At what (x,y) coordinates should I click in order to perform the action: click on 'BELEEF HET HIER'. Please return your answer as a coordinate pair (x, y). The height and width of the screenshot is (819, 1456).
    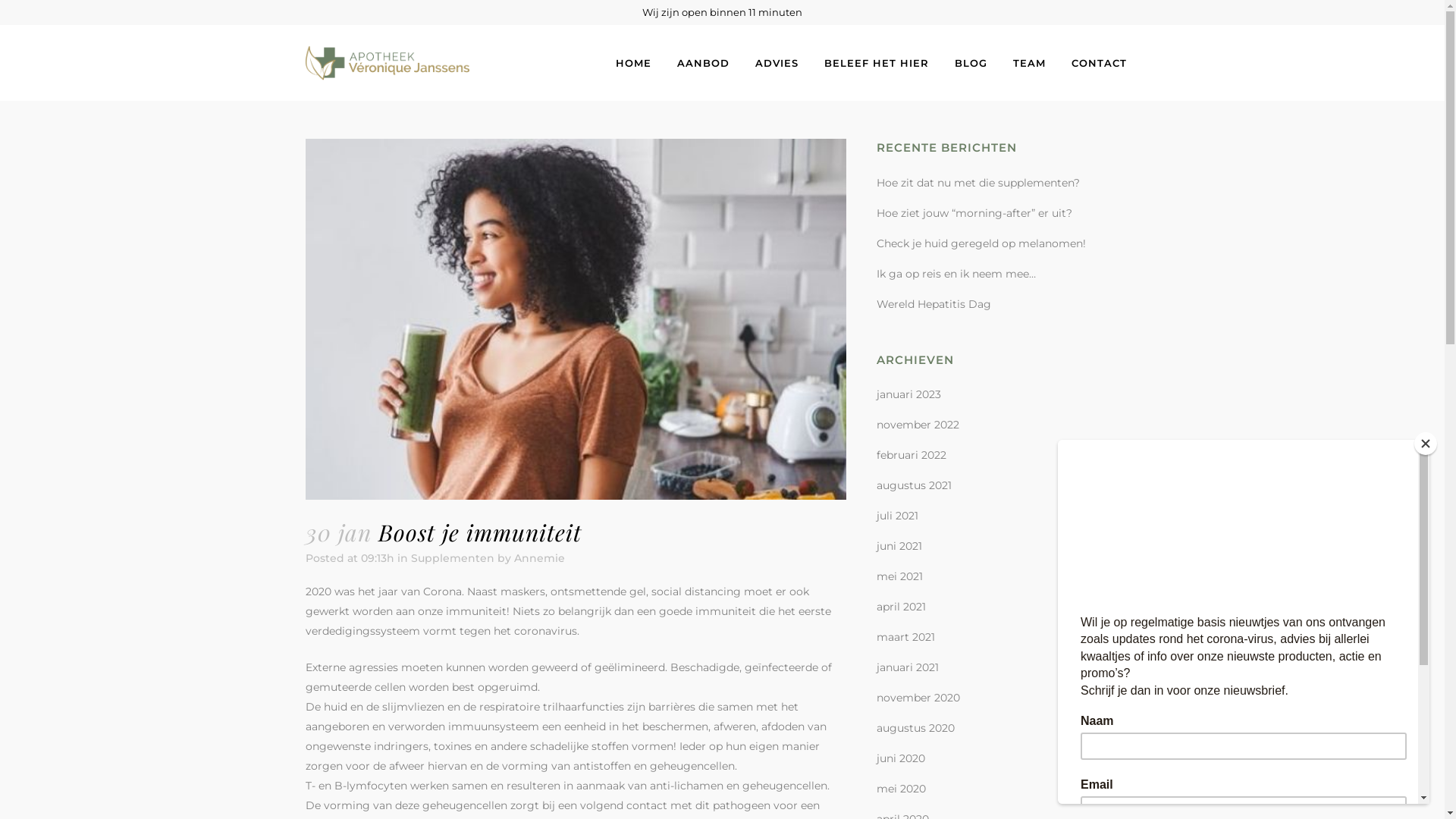
    Looking at the image, I should click on (877, 62).